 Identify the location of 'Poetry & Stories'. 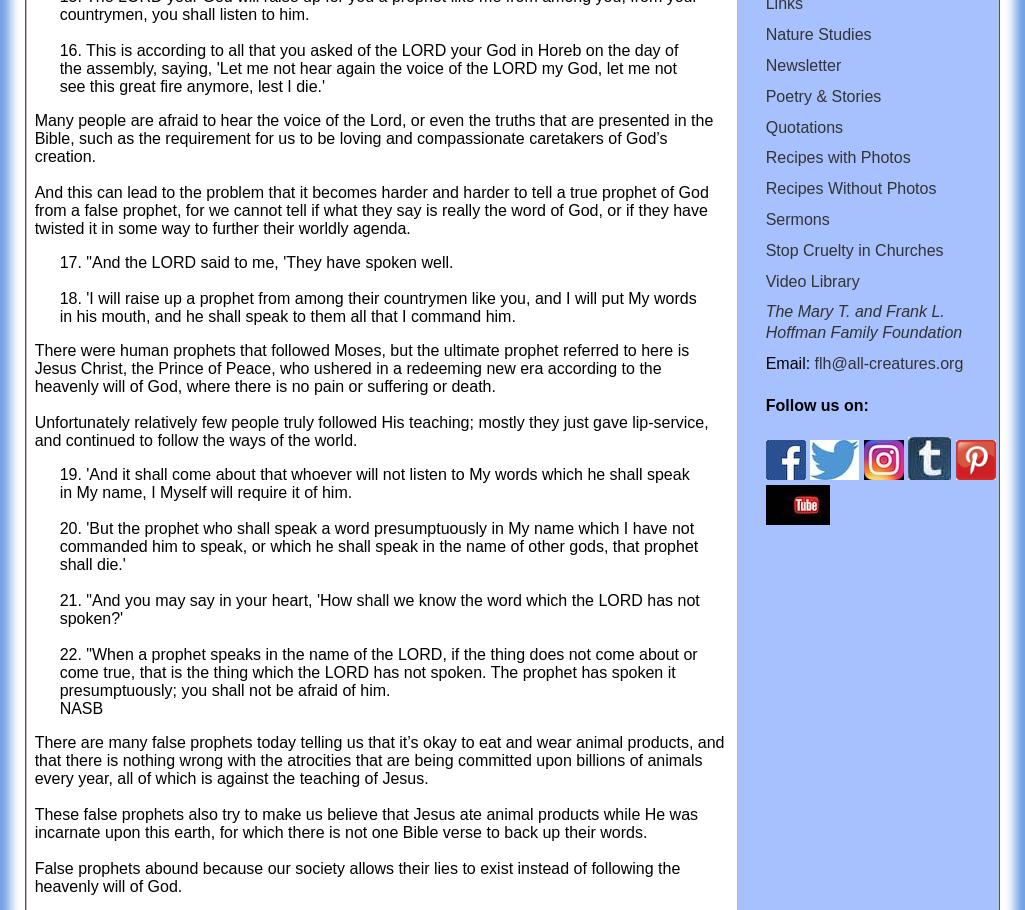
(821, 94).